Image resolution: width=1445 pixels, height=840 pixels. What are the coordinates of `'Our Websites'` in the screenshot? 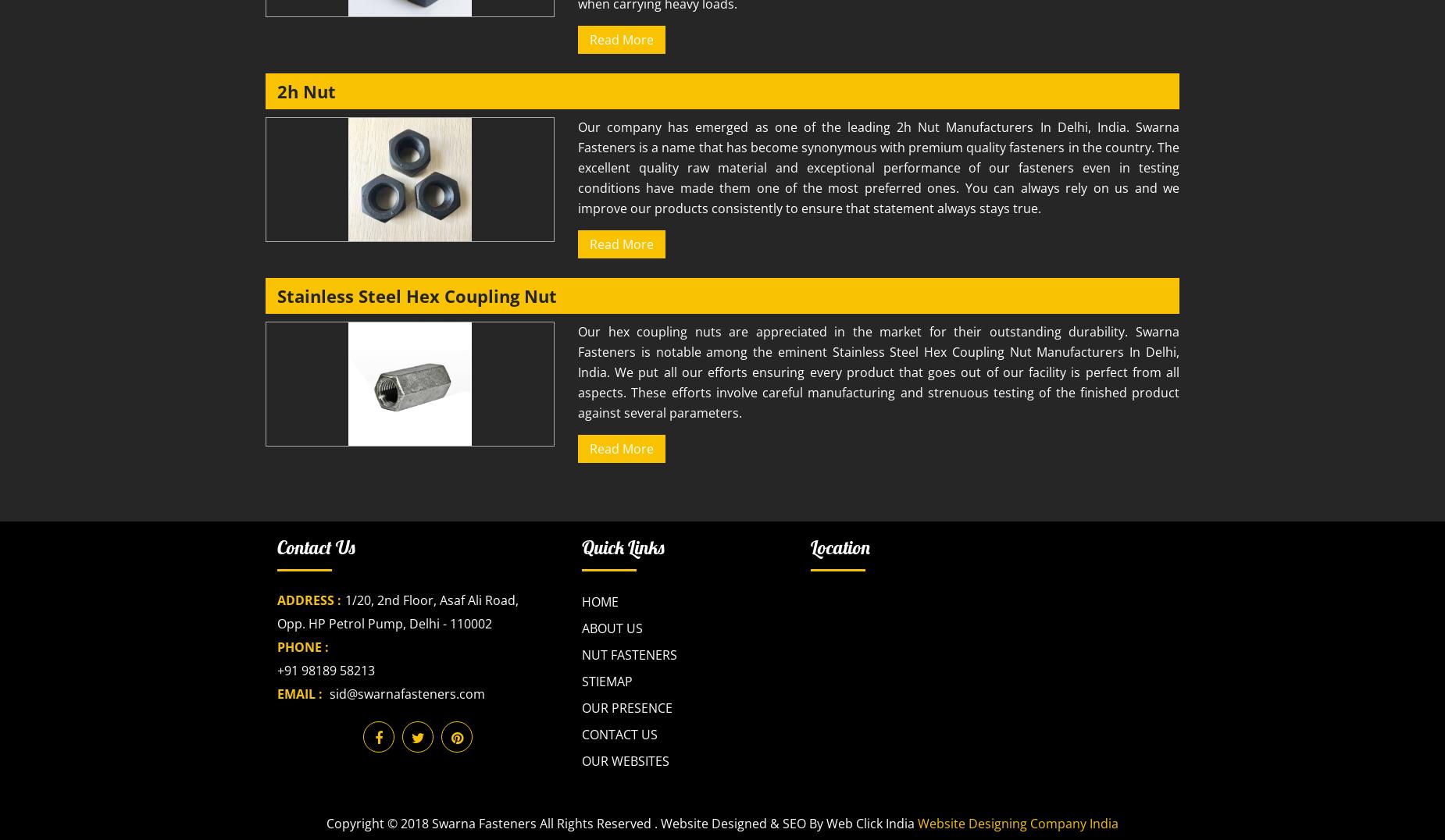 It's located at (626, 760).